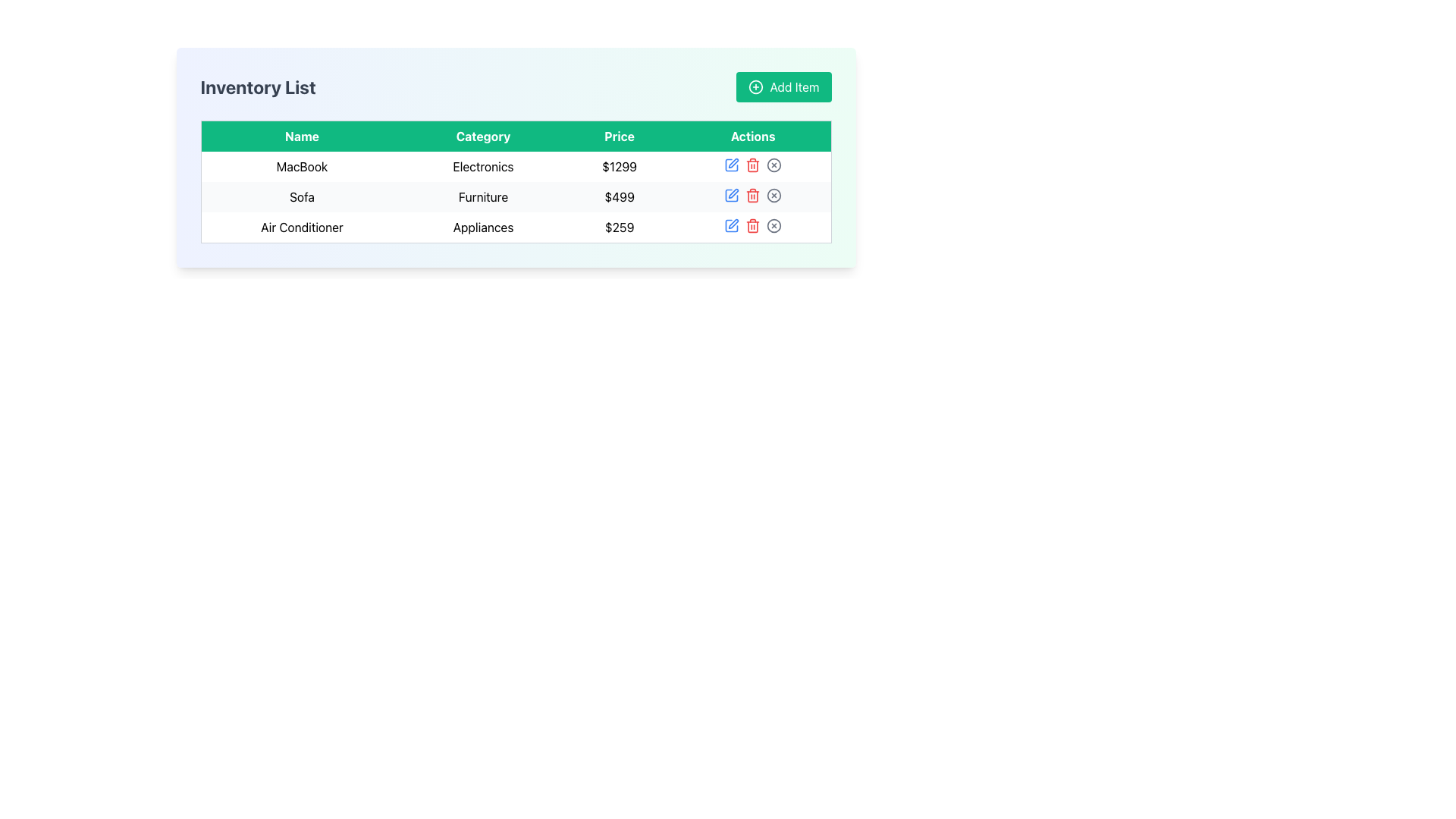 This screenshot has width=1456, height=819. I want to click on the 'pen' icon in the 'Actions' column associated with the 'Sofa' item, positioned between the 'trash' and 'add' icons, so click(732, 195).